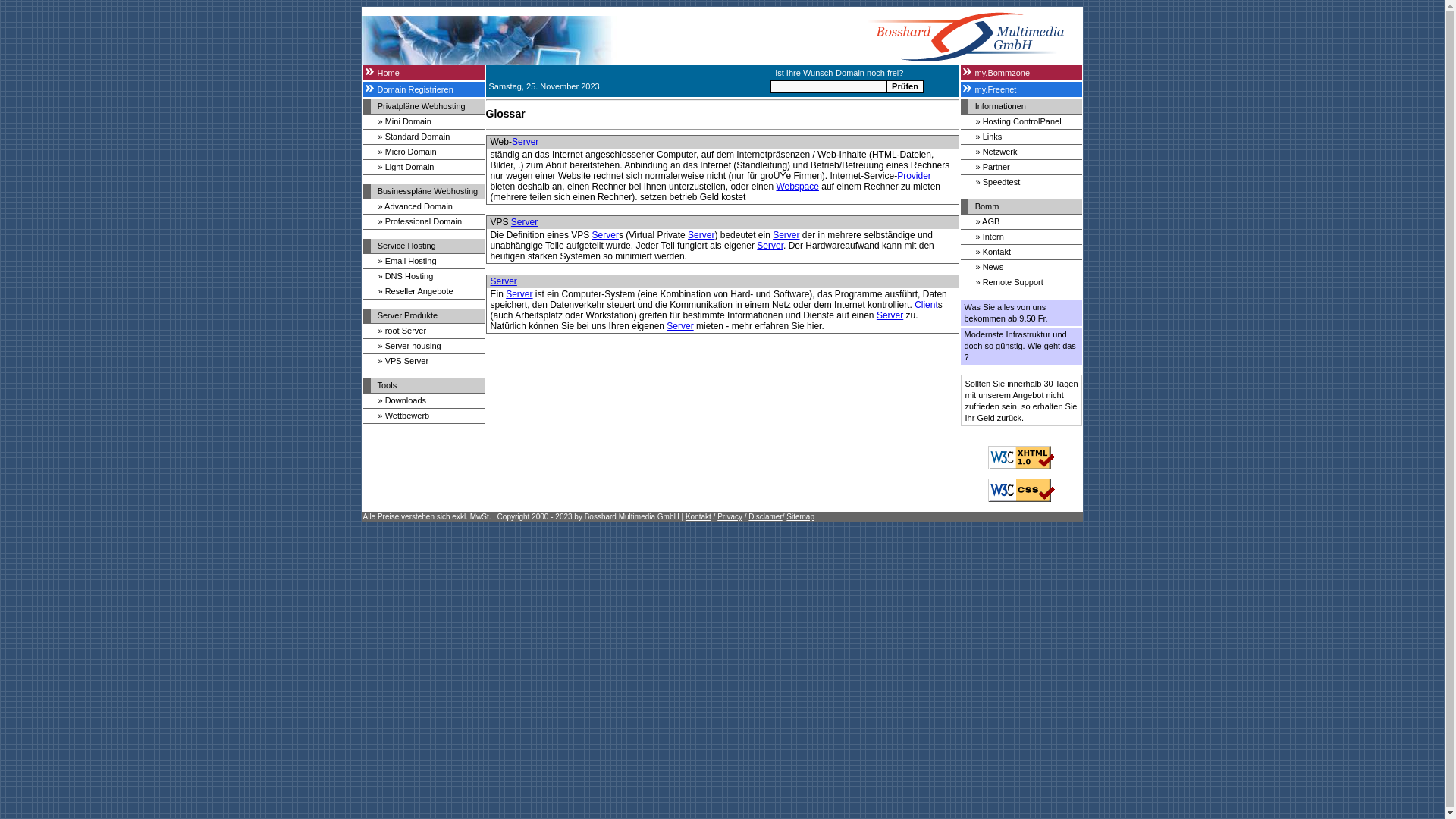 The height and width of the screenshot is (819, 1456). What do you see at coordinates (422, 73) in the screenshot?
I see `'Home'` at bounding box center [422, 73].